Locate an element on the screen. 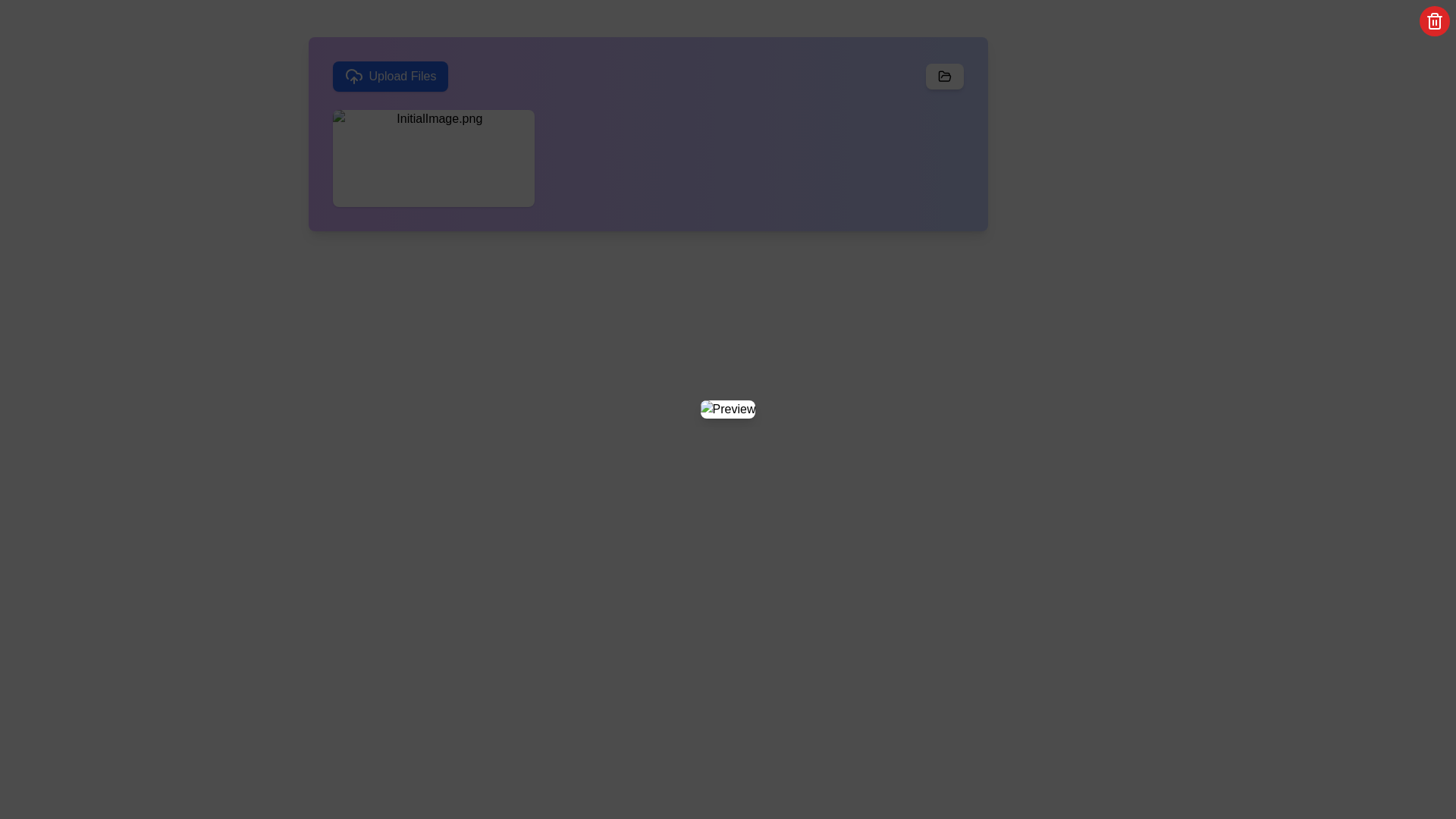 The image size is (1456, 819). the red circular delete button with a white trash can icon is located at coordinates (450, 158).